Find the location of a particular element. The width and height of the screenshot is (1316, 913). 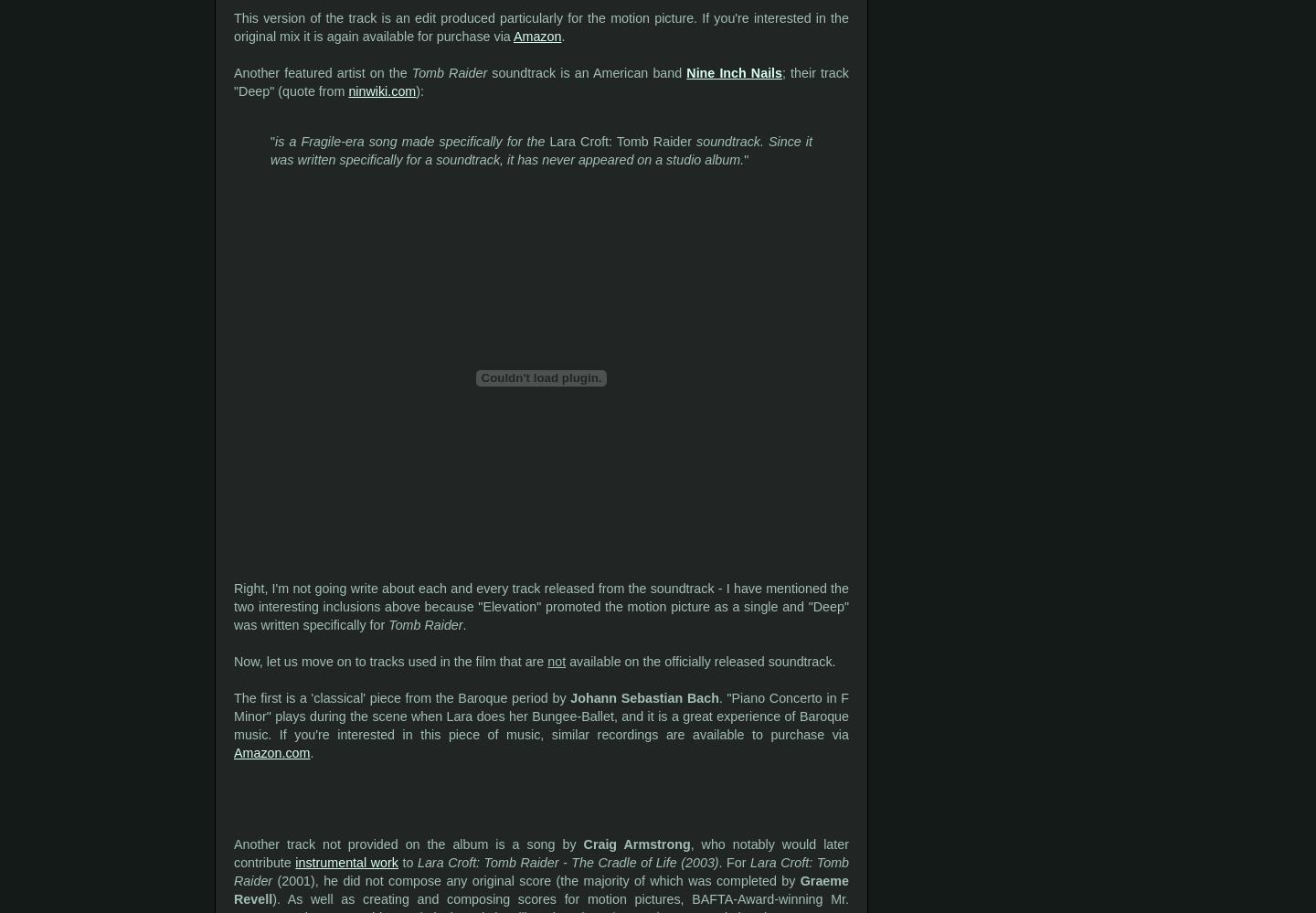

'Johann Sebastian Bach' is located at coordinates (568, 697).